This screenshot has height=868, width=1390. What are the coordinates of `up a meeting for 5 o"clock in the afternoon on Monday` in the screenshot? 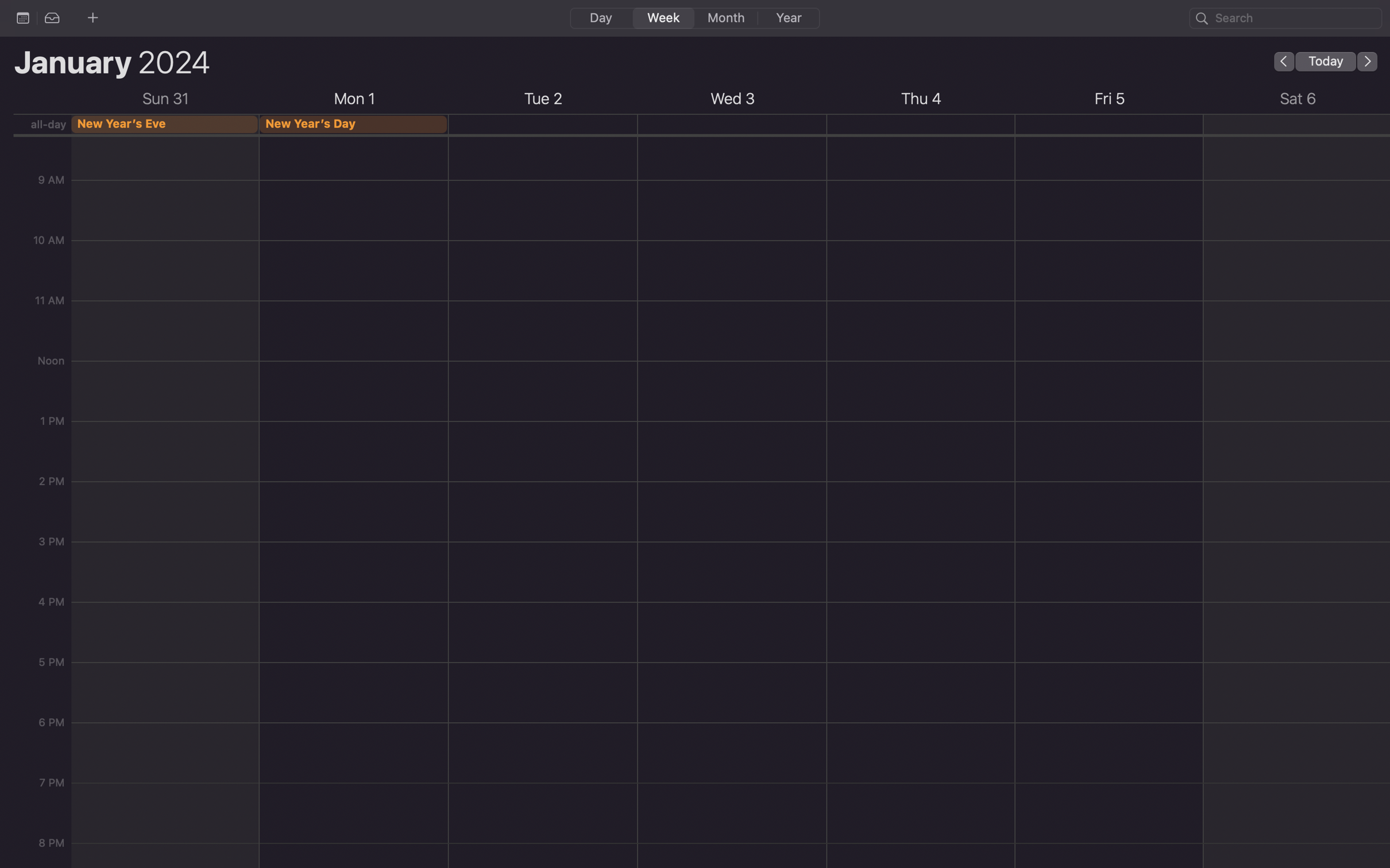 It's located at (354, 557).